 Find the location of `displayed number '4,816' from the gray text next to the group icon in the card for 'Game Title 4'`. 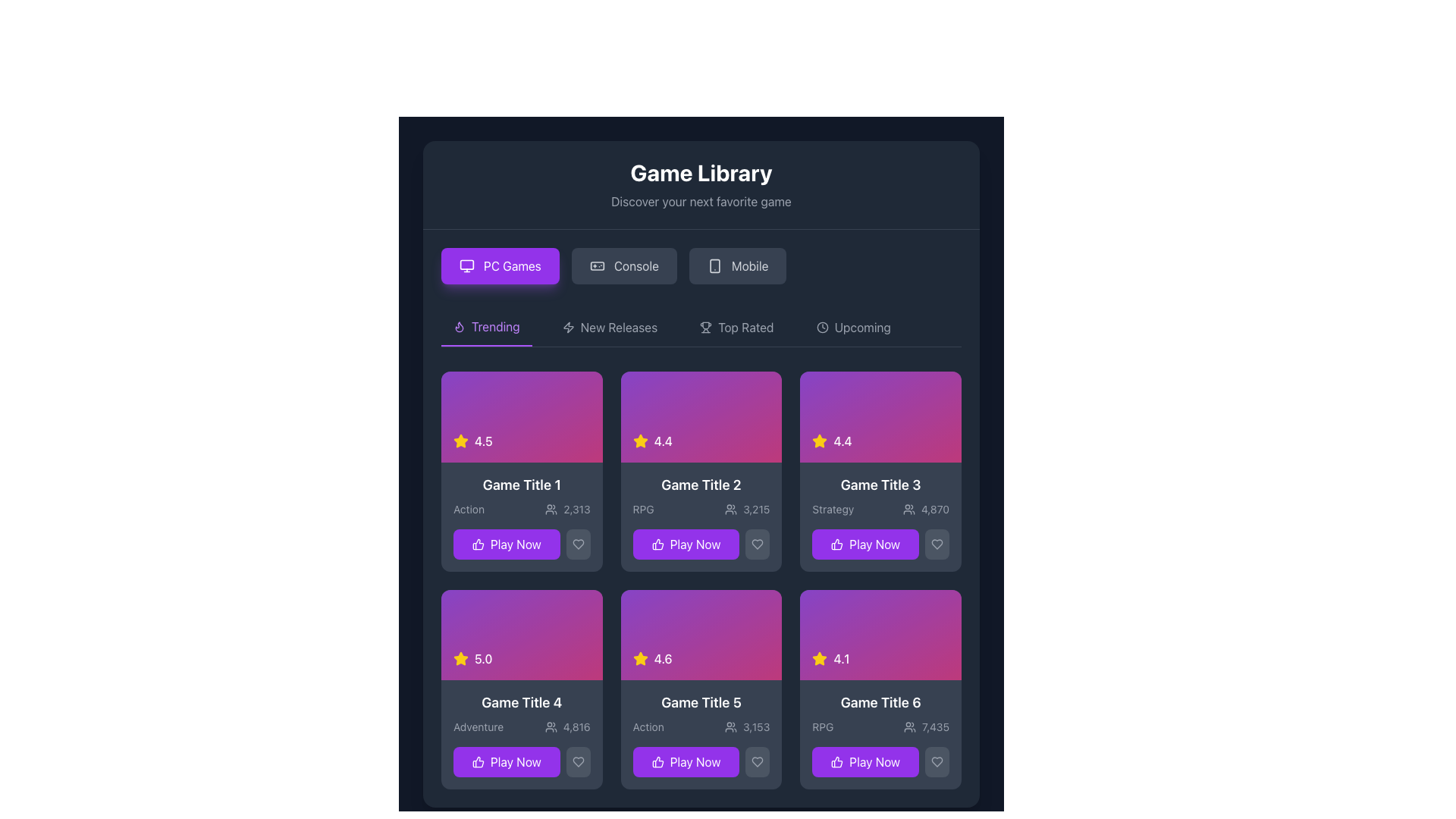

displayed number '4,816' from the gray text next to the group icon in the card for 'Game Title 4' is located at coordinates (576, 726).